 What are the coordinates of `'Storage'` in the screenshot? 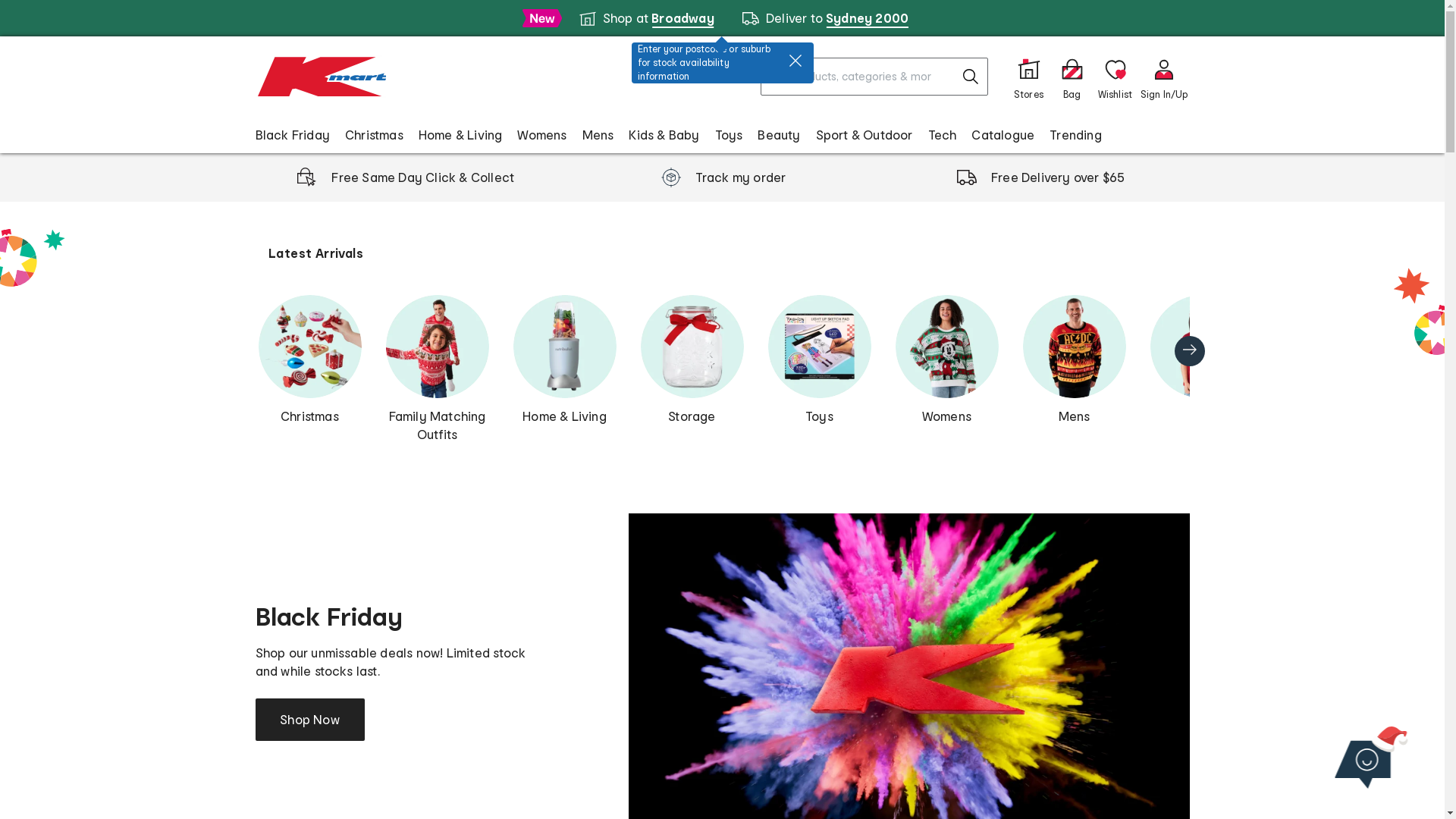 It's located at (691, 359).